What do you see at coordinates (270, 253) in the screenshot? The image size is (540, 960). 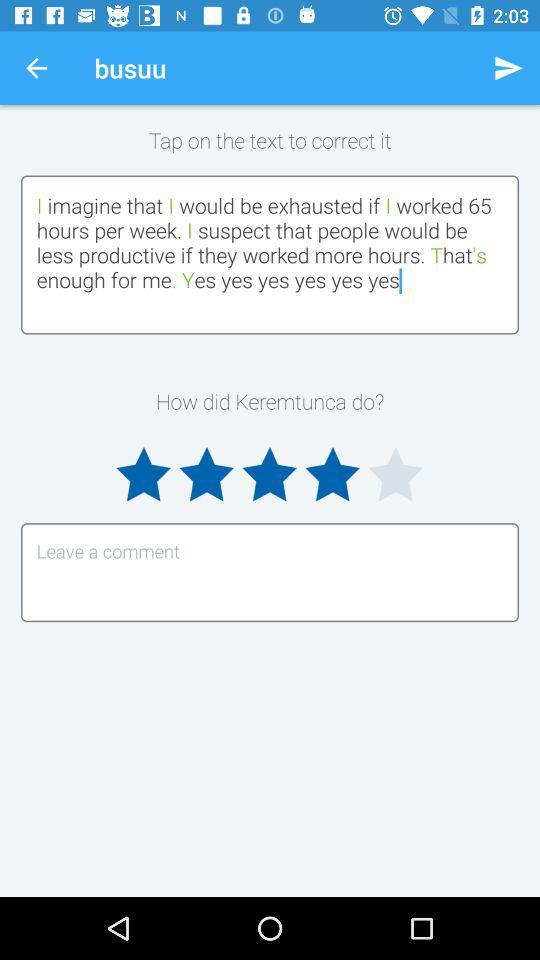 I see `icon below tap on the item` at bounding box center [270, 253].